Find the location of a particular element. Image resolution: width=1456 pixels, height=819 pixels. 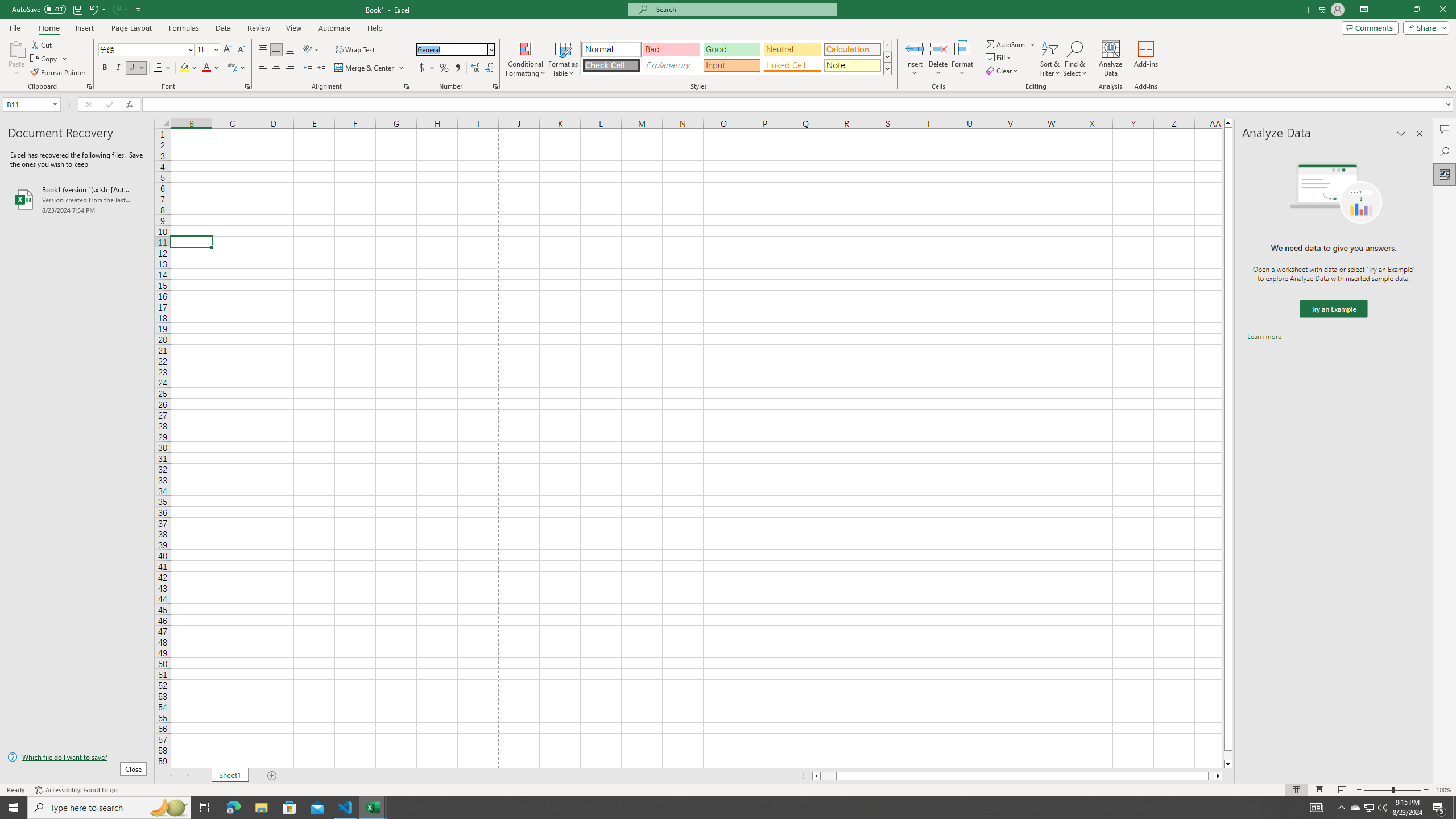

'Paste' is located at coordinates (16, 48).